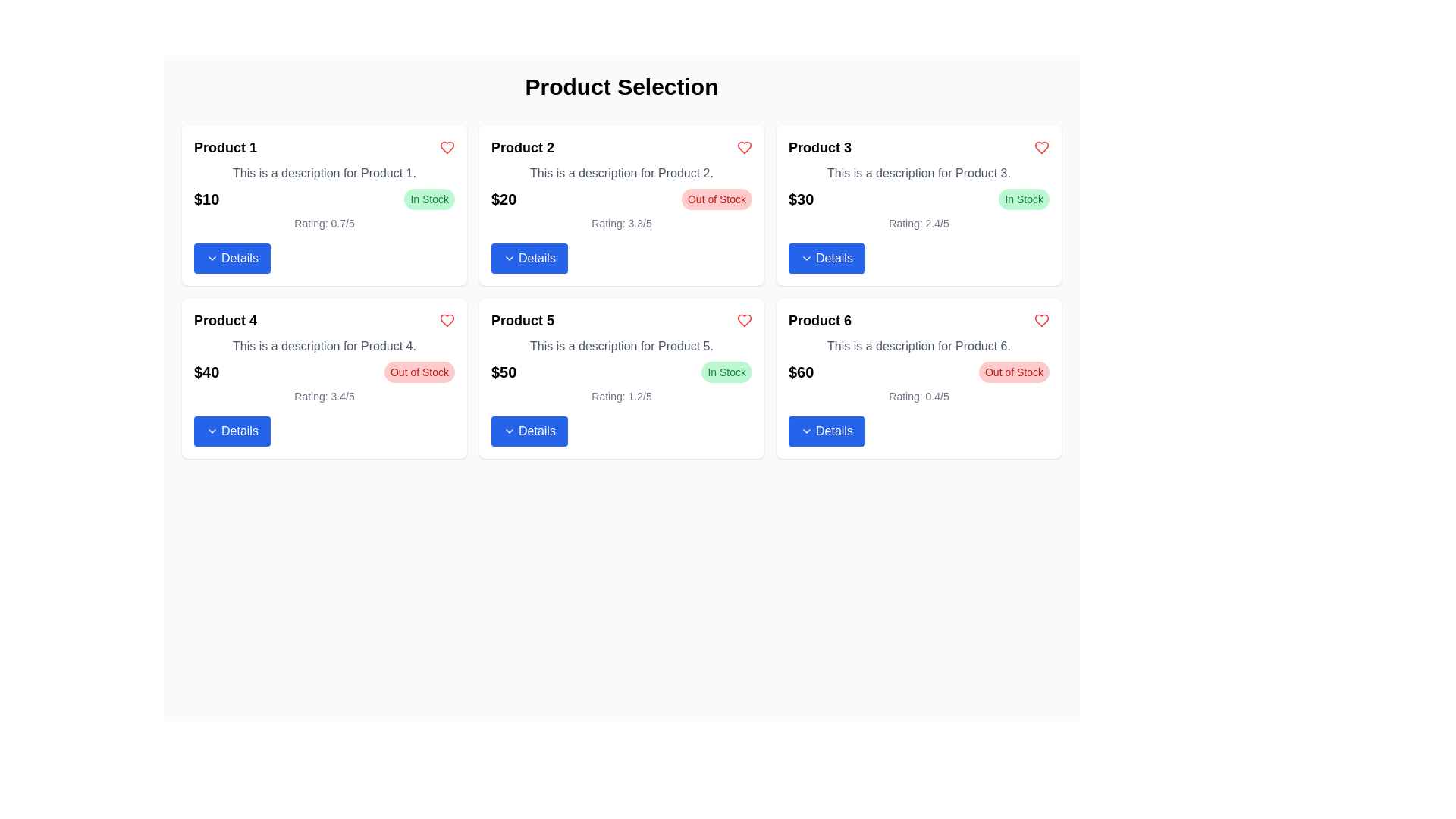  What do you see at coordinates (323, 396) in the screenshot?
I see `information displayed in the text label that shows 'Rating: 3.4/5', located below the price and stock status of 'Product 4' and above the 'Details' button` at bounding box center [323, 396].